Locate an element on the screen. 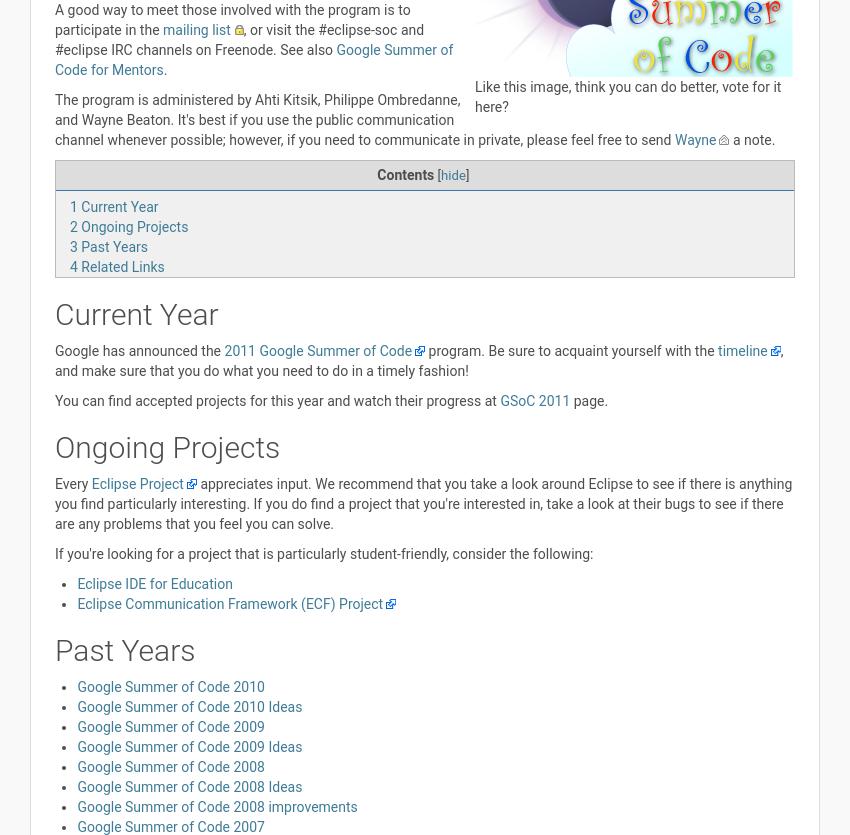 Image resolution: width=850 pixels, height=835 pixels. '[' is located at coordinates (436, 174).